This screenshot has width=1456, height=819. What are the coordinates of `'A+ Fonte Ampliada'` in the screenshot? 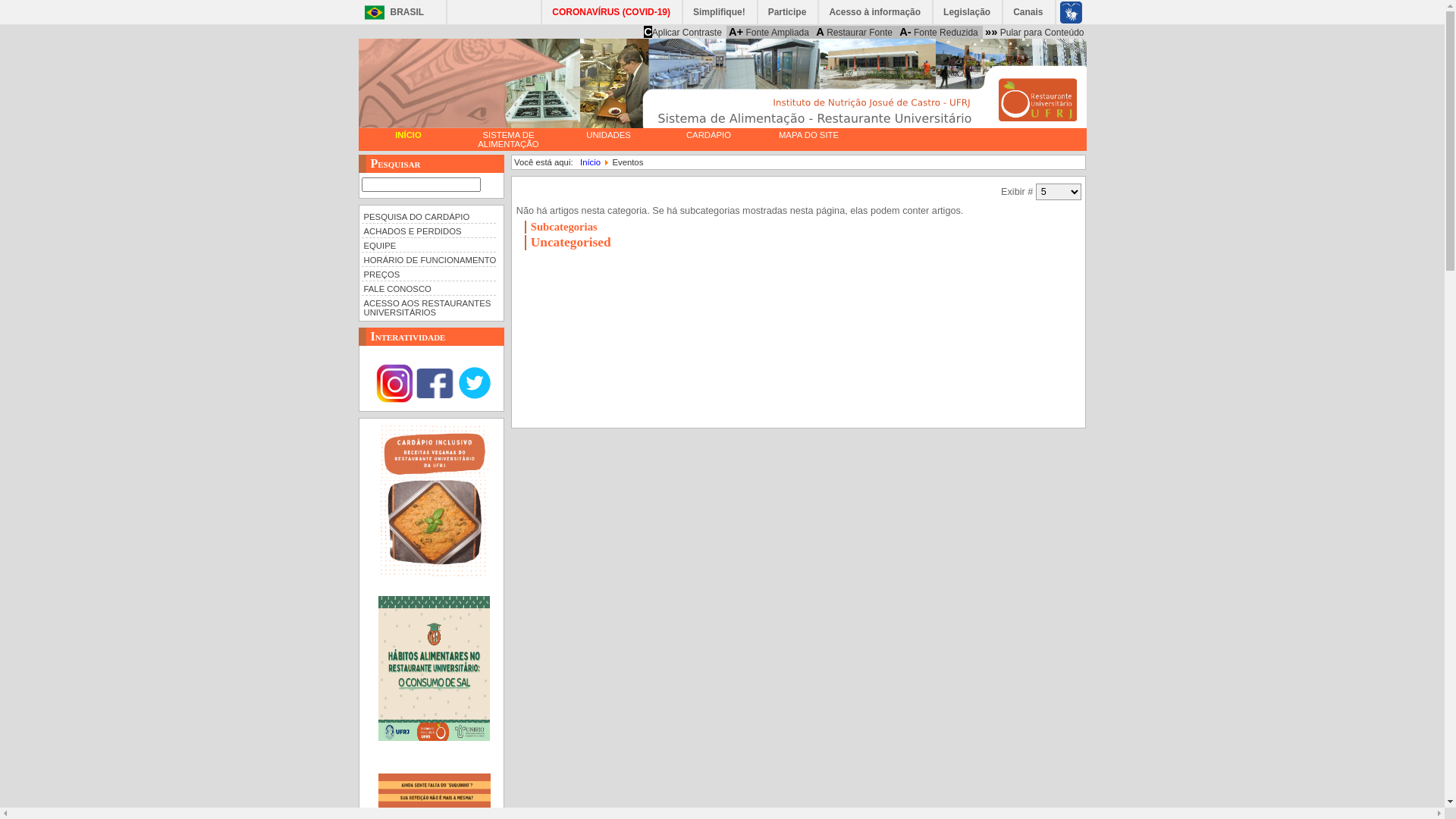 It's located at (768, 32).